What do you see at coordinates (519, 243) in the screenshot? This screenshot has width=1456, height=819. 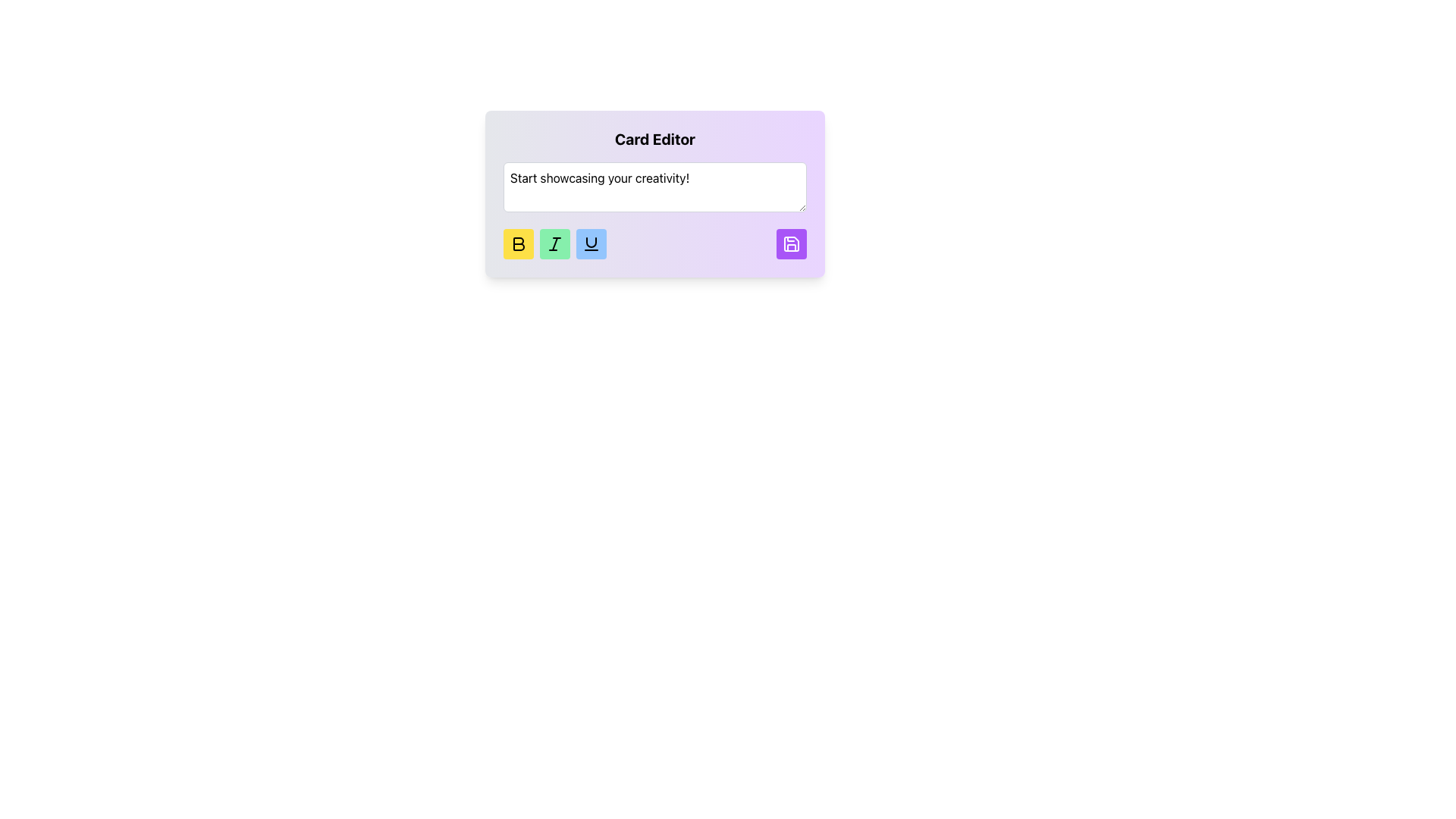 I see `the bold formatting icon button located in the toolbar below the text input field` at bounding box center [519, 243].